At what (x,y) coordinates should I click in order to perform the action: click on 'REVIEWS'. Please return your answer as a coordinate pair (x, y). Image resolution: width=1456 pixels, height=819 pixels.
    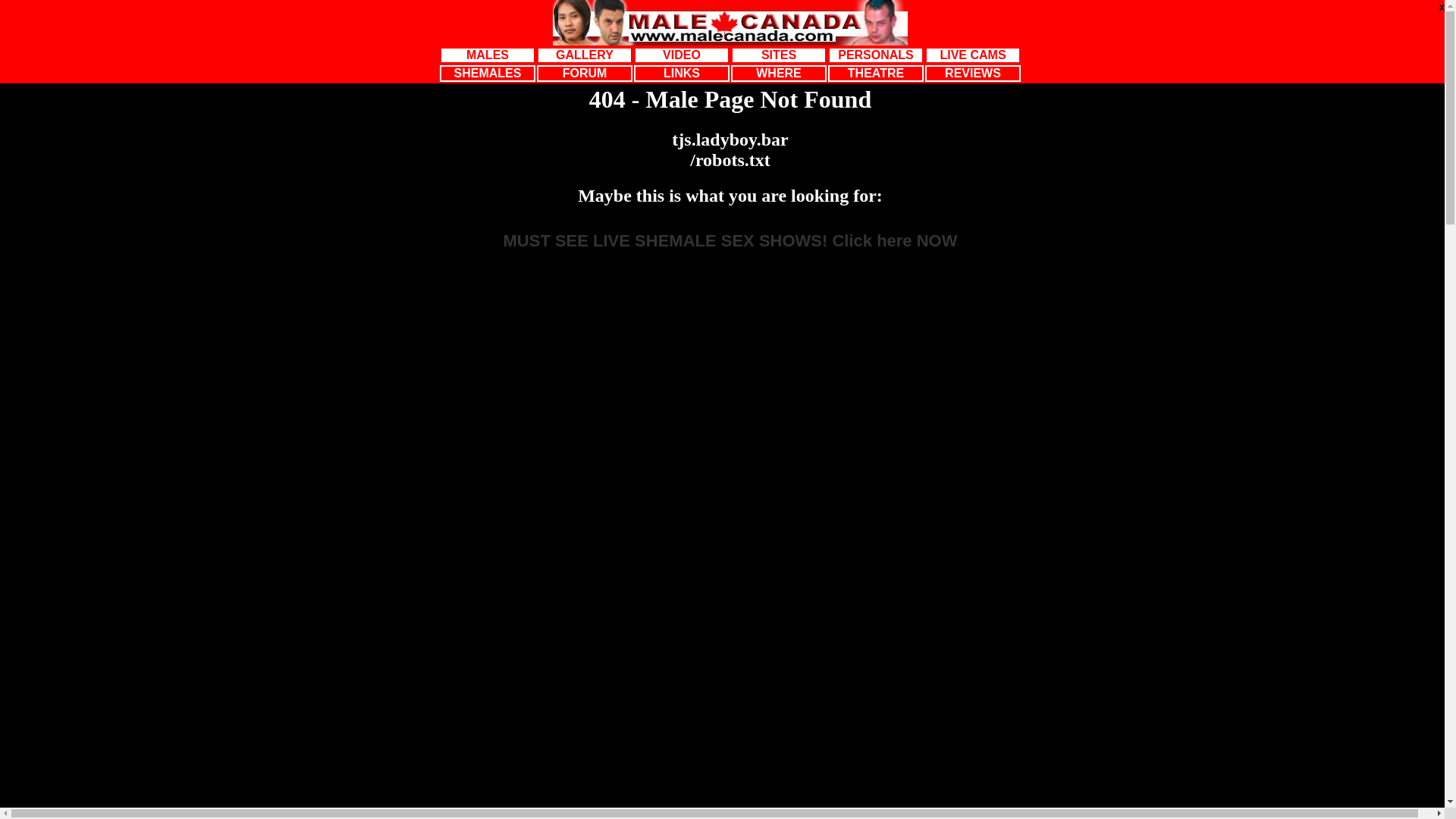
    Looking at the image, I should click on (972, 73).